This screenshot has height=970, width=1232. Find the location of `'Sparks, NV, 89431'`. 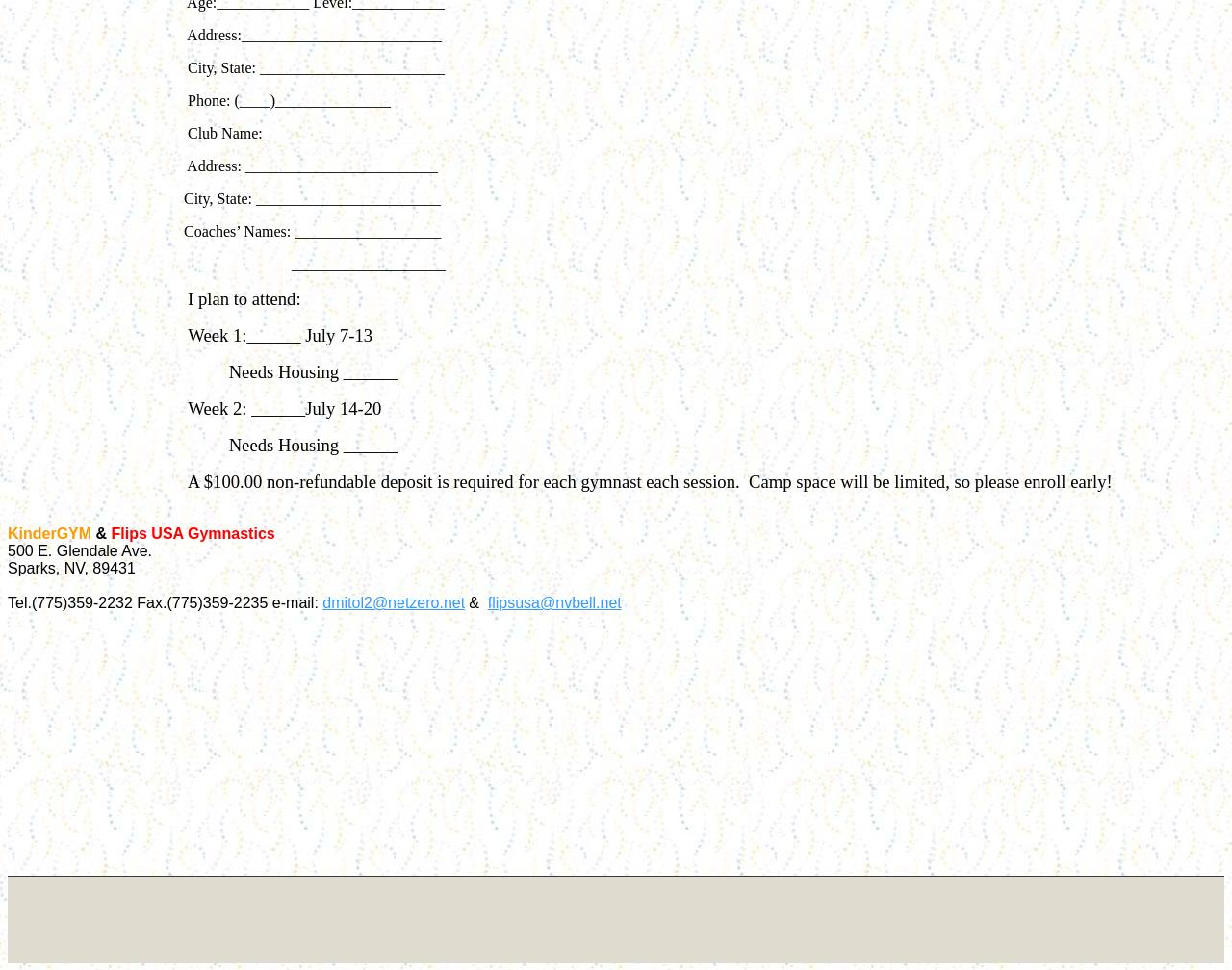

'Sparks, NV, 89431' is located at coordinates (70, 568).